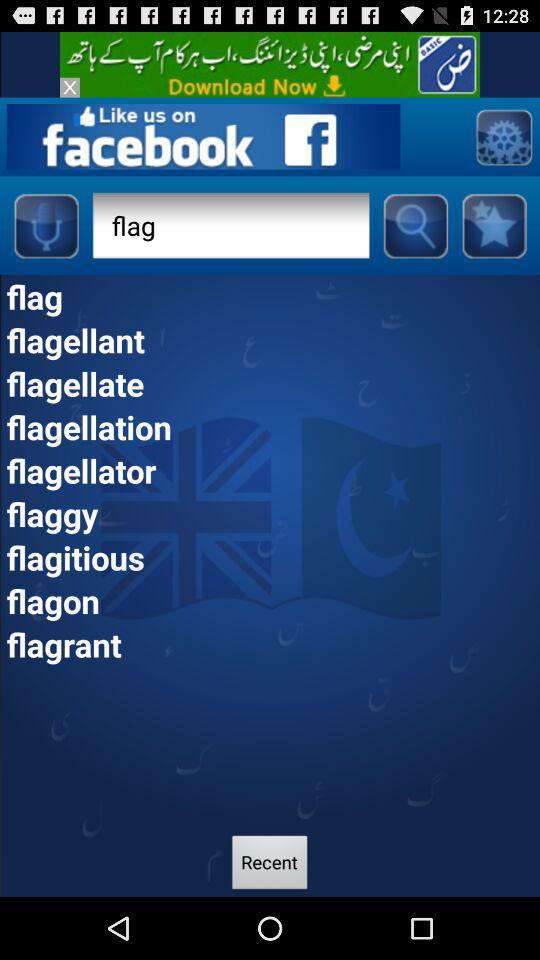 The width and height of the screenshot is (540, 960). Describe the element at coordinates (414, 225) in the screenshot. I see `performs a search` at that location.